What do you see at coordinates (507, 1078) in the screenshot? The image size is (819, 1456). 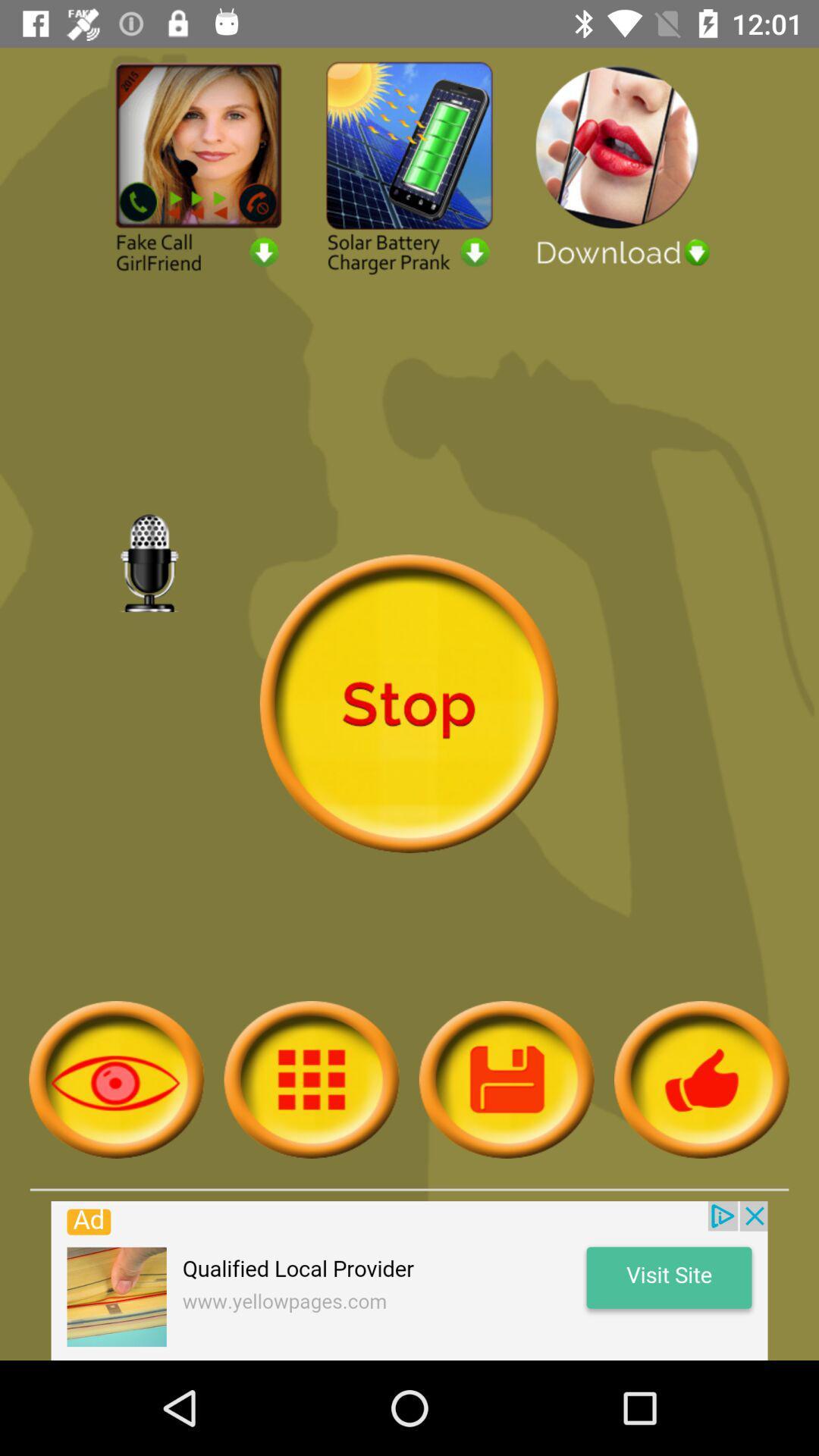 I see `save` at bounding box center [507, 1078].